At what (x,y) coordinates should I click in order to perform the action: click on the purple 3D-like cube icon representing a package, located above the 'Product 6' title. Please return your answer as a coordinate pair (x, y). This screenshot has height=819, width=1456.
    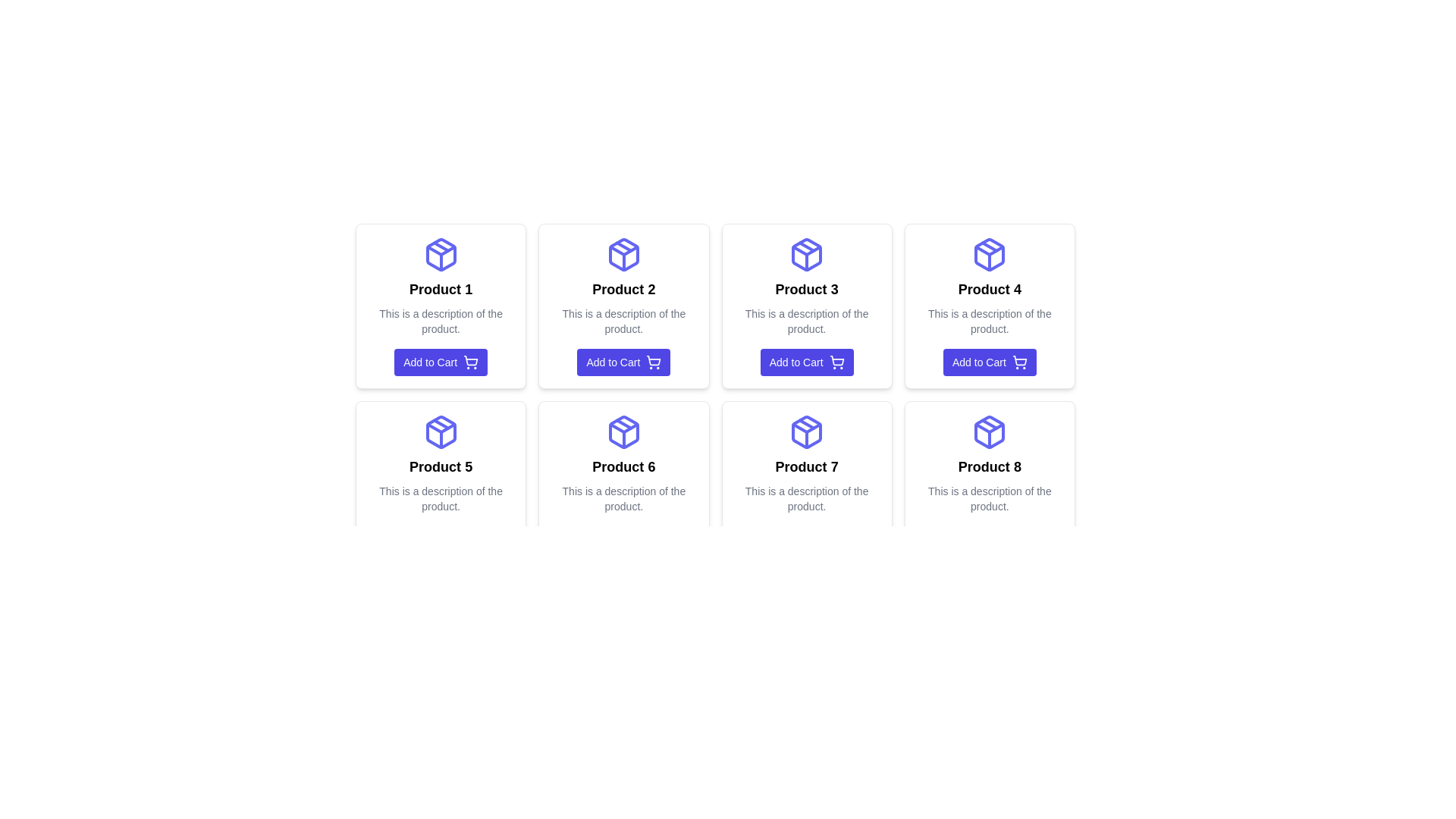
    Looking at the image, I should click on (623, 432).